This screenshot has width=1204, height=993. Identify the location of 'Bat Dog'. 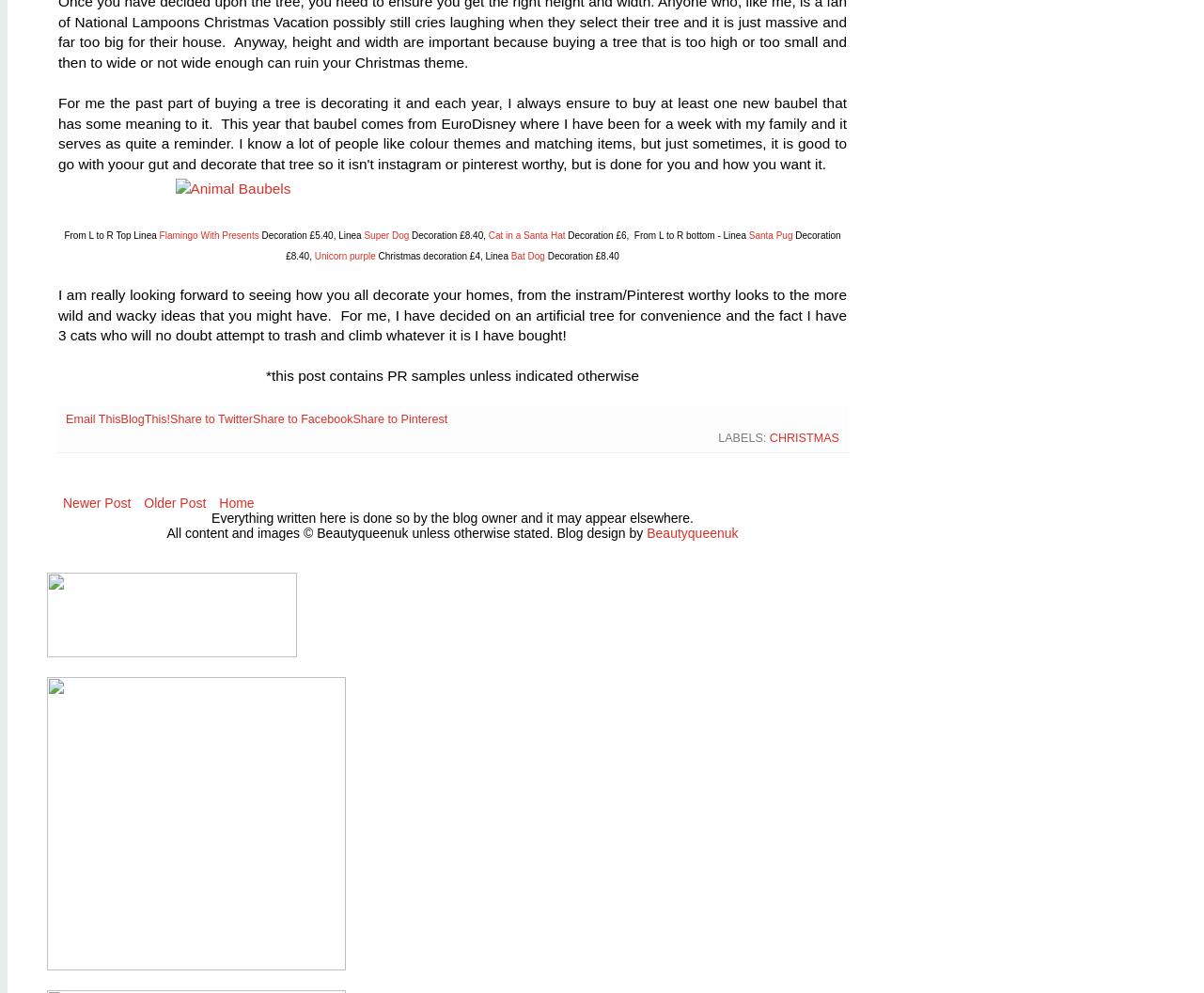
(526, 256).